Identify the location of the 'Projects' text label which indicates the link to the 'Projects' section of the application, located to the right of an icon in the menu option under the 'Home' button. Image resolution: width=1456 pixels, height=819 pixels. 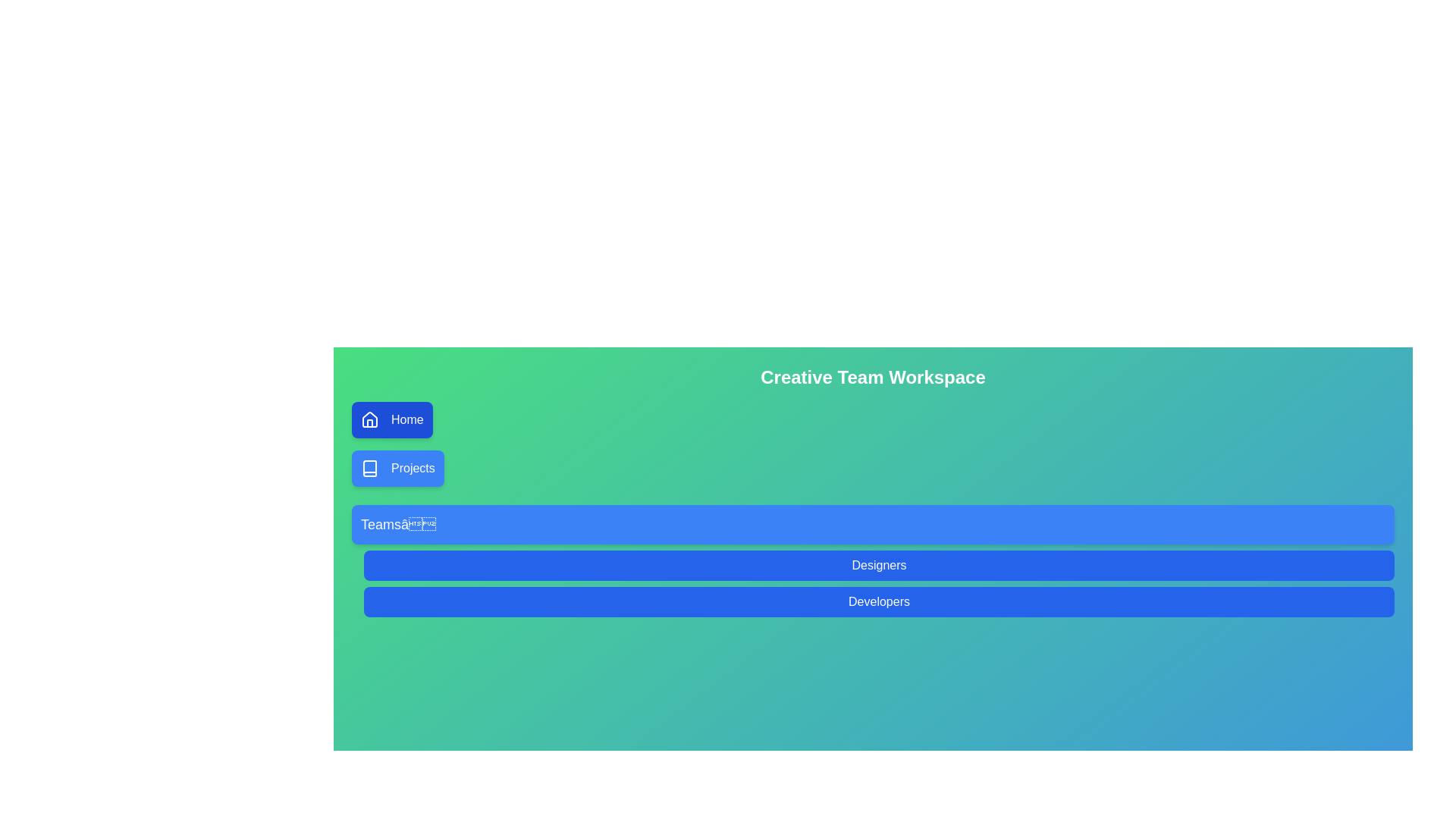
(413, 467).